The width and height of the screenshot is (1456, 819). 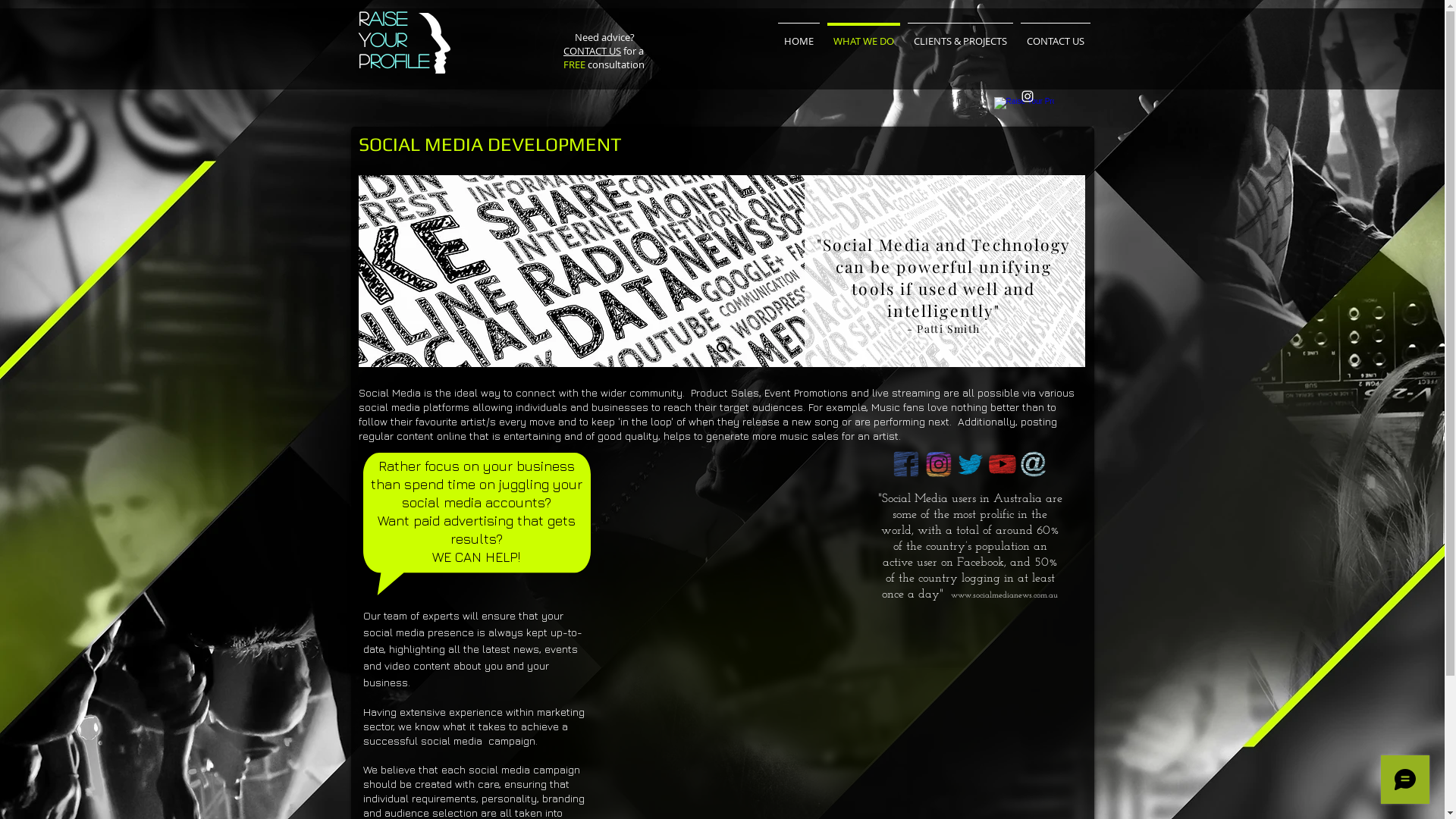 I want to click on 'HOME', so click(x=797, y=34).